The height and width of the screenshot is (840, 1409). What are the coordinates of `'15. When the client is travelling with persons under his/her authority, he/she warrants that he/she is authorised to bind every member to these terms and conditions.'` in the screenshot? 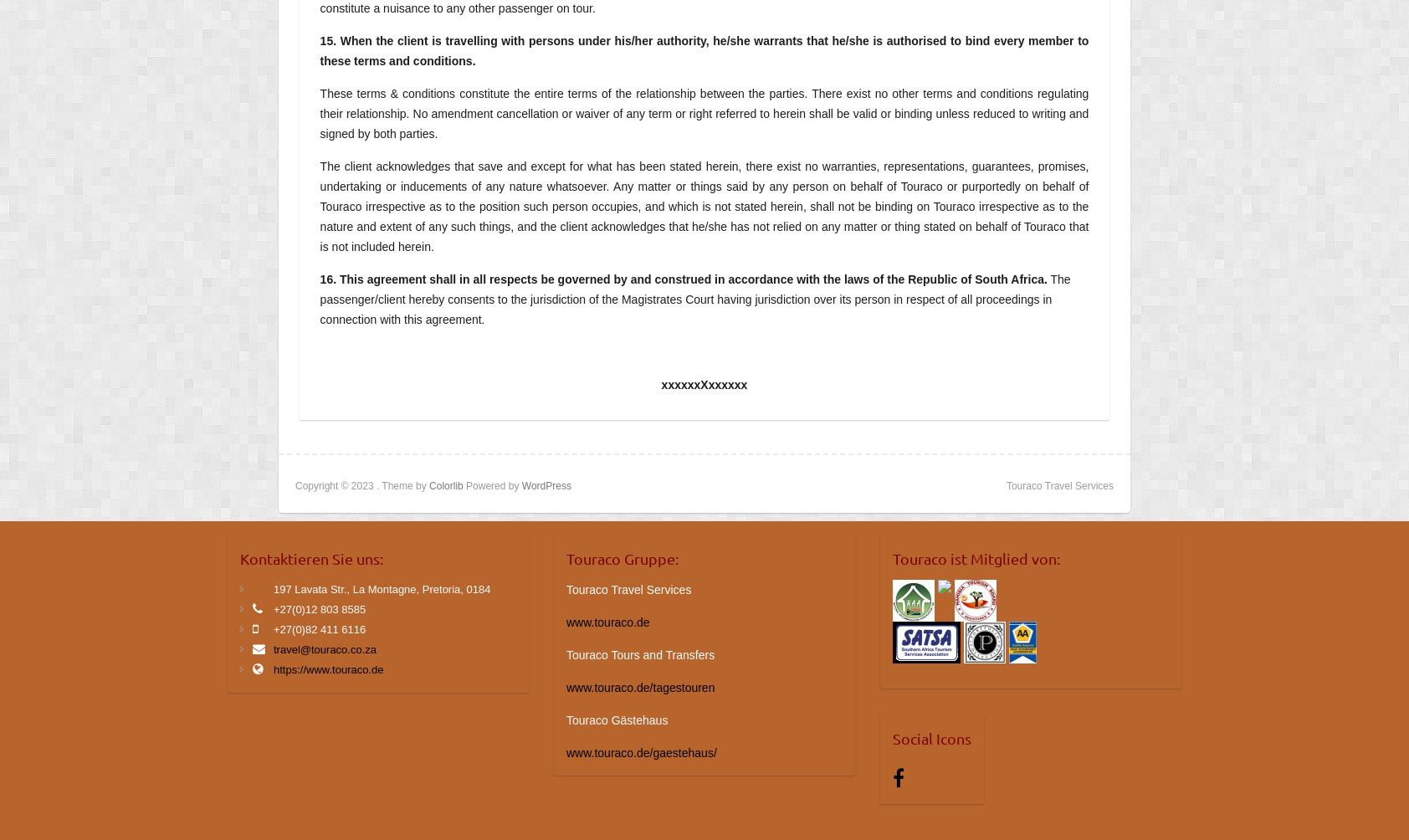 It's located at (704, 51).